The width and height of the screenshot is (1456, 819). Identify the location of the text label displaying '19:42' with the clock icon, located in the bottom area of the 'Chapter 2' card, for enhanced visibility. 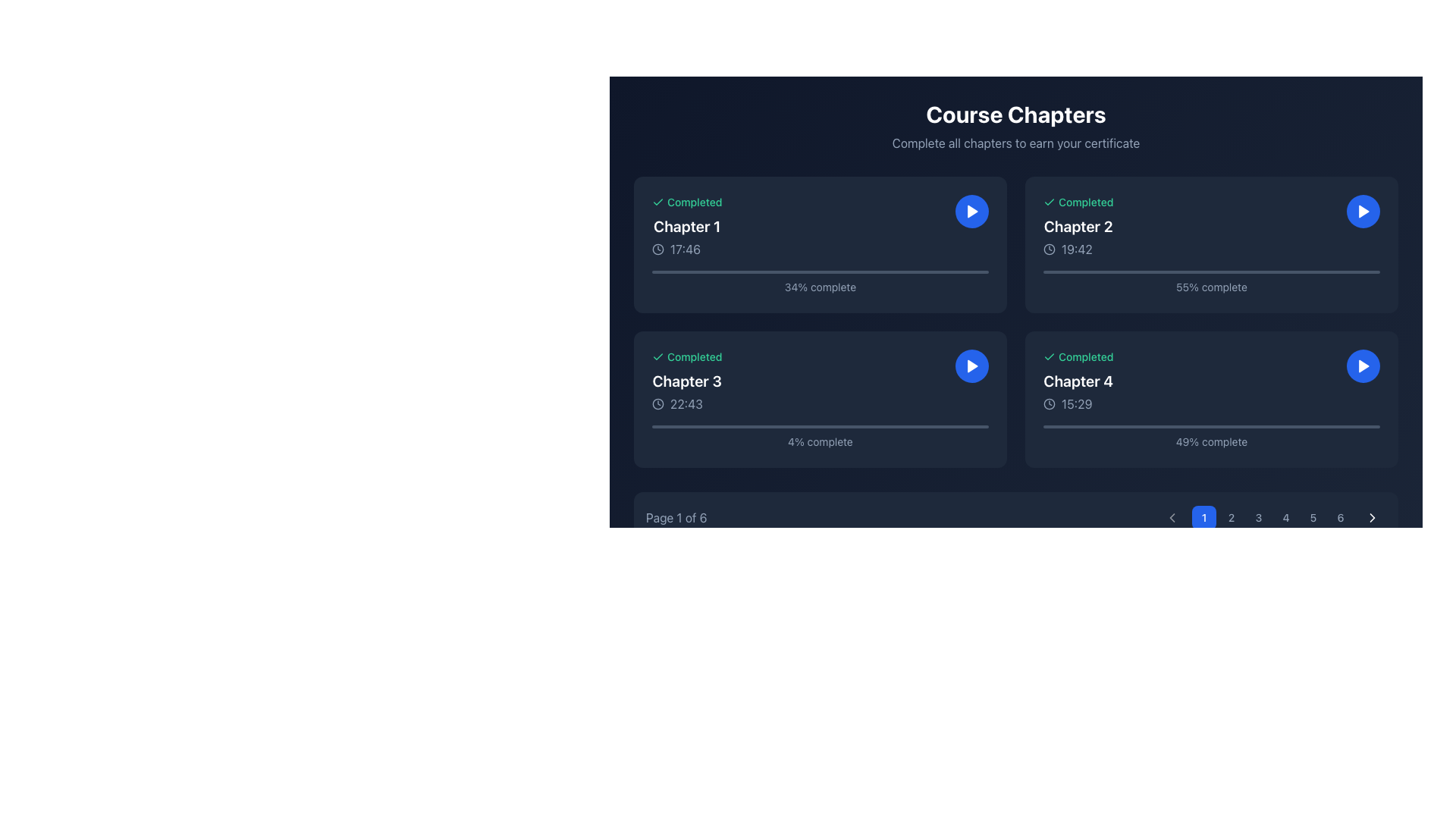
(1078, 248).